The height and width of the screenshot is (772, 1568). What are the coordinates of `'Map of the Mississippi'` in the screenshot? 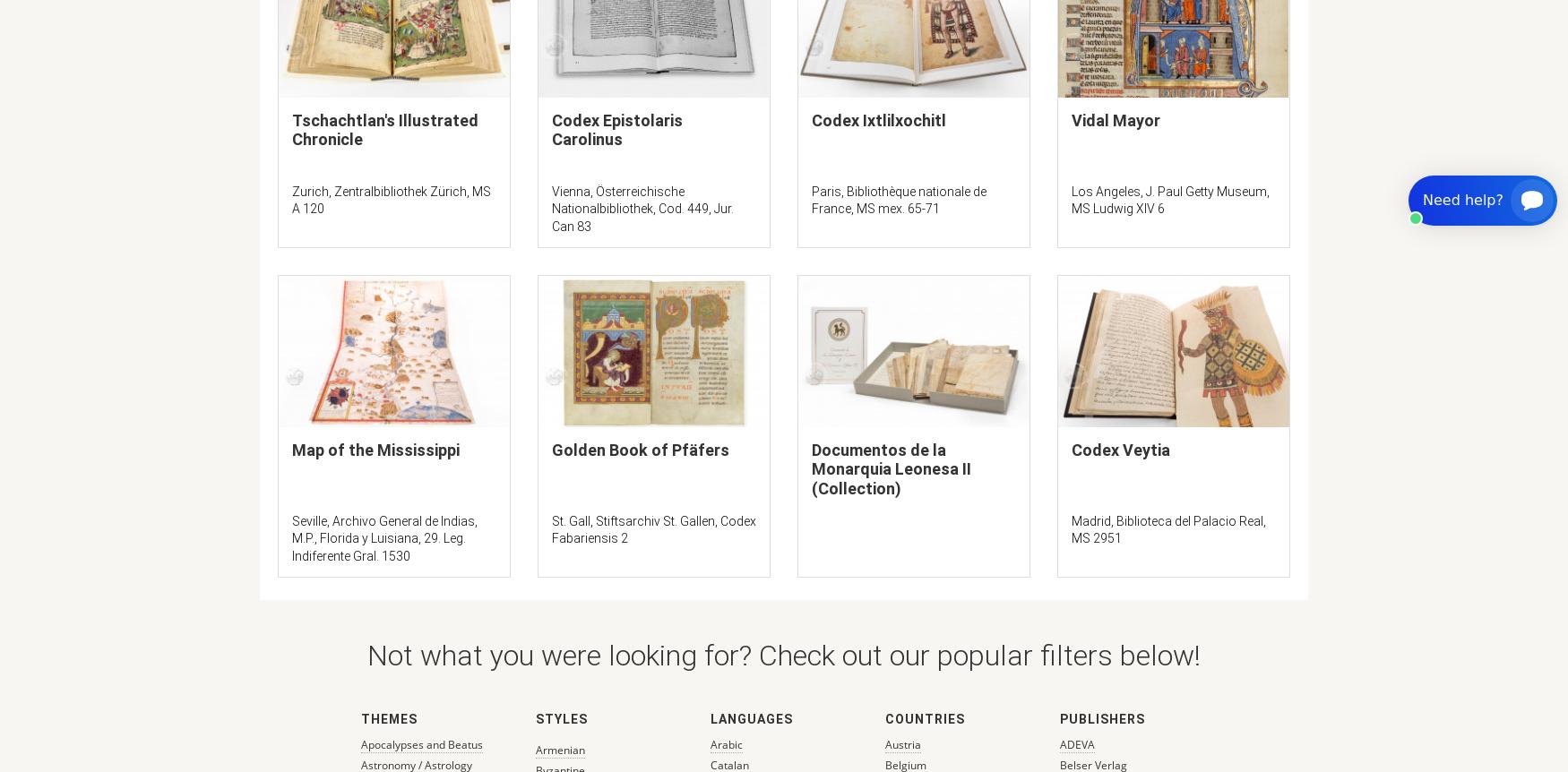 It's located at (292, 449).